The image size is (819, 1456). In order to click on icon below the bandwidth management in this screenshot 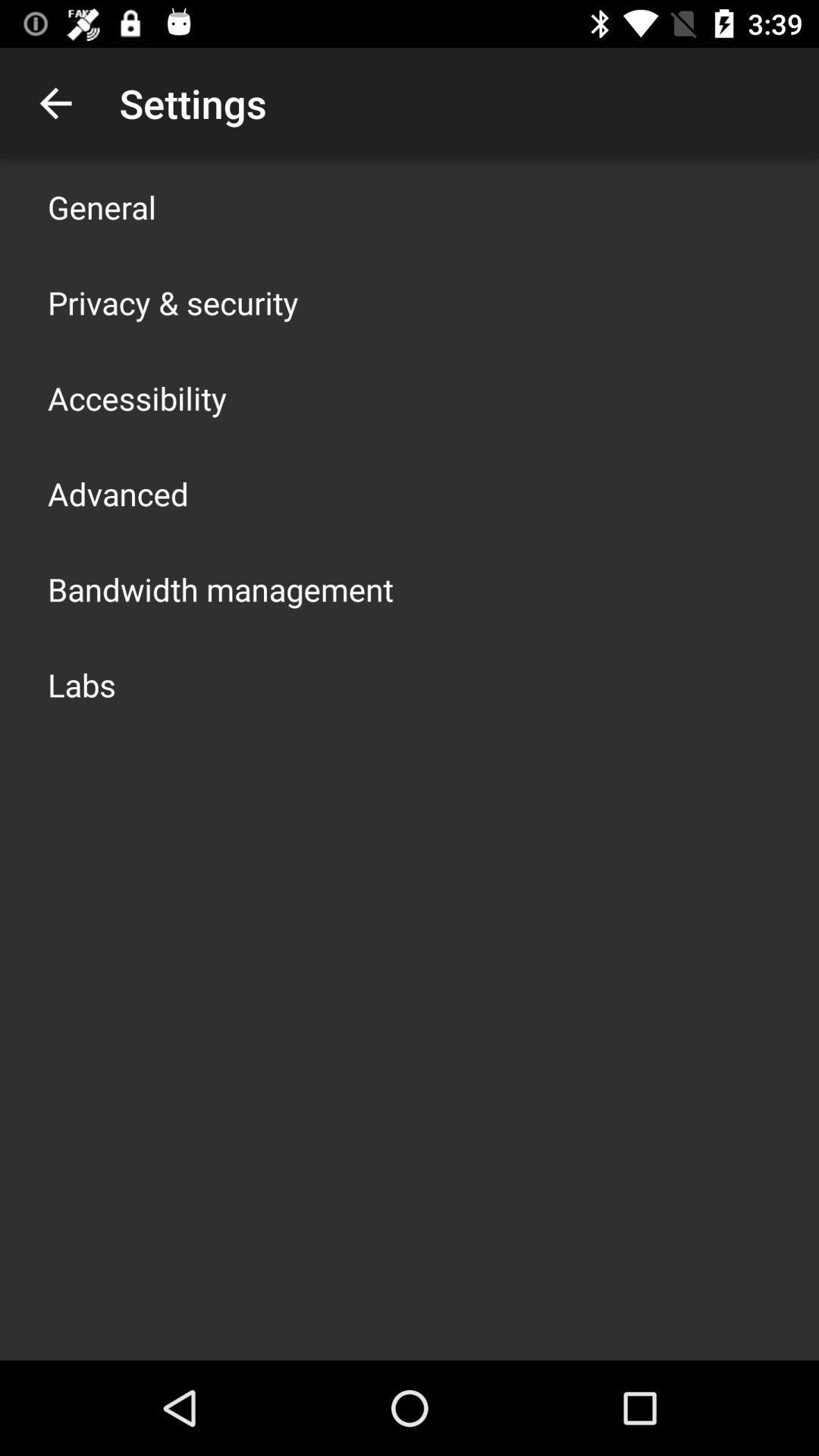, I will do `click(82, 683)`.